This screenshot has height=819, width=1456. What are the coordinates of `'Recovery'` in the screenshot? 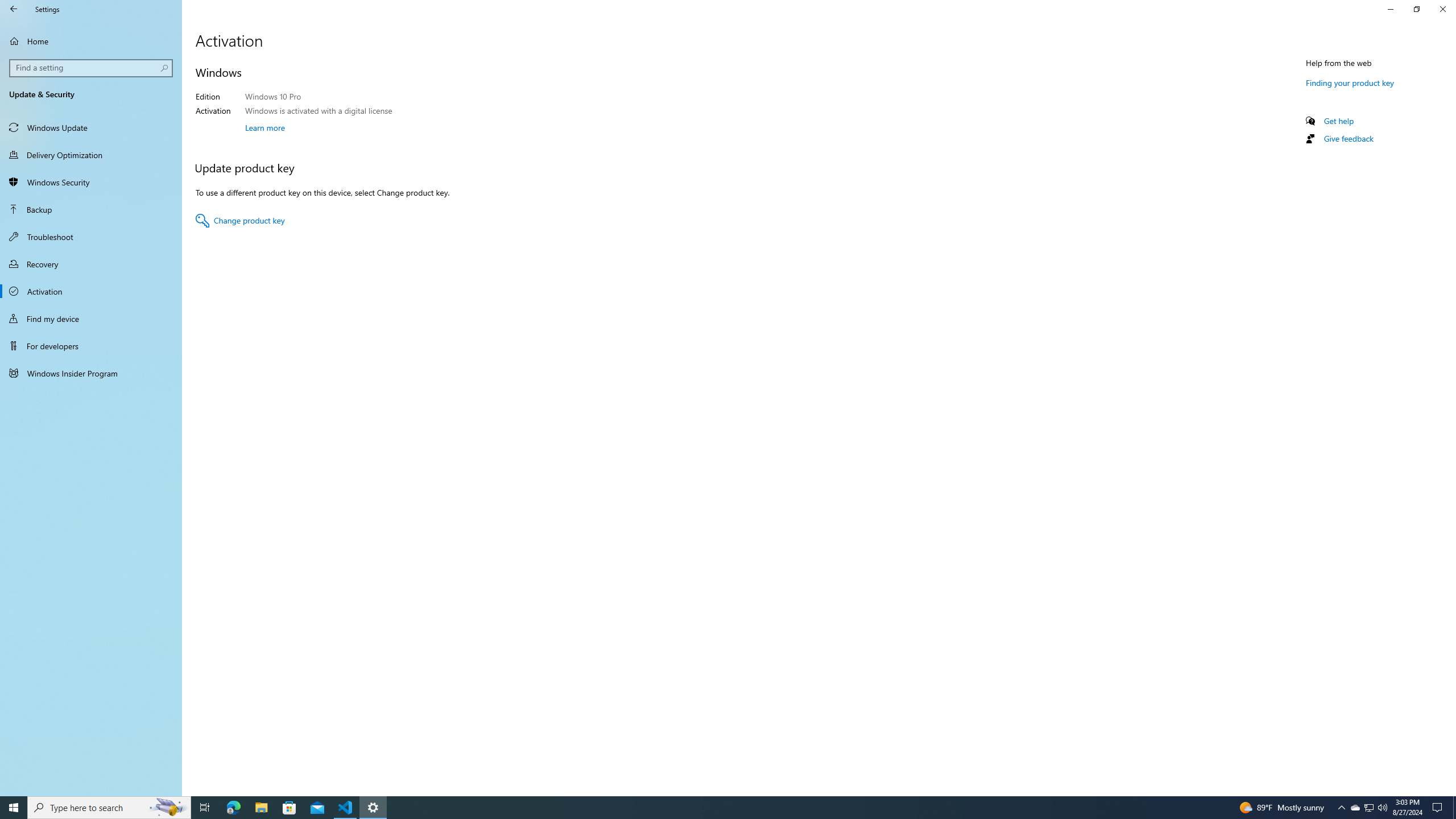 It's located at (90, 263).